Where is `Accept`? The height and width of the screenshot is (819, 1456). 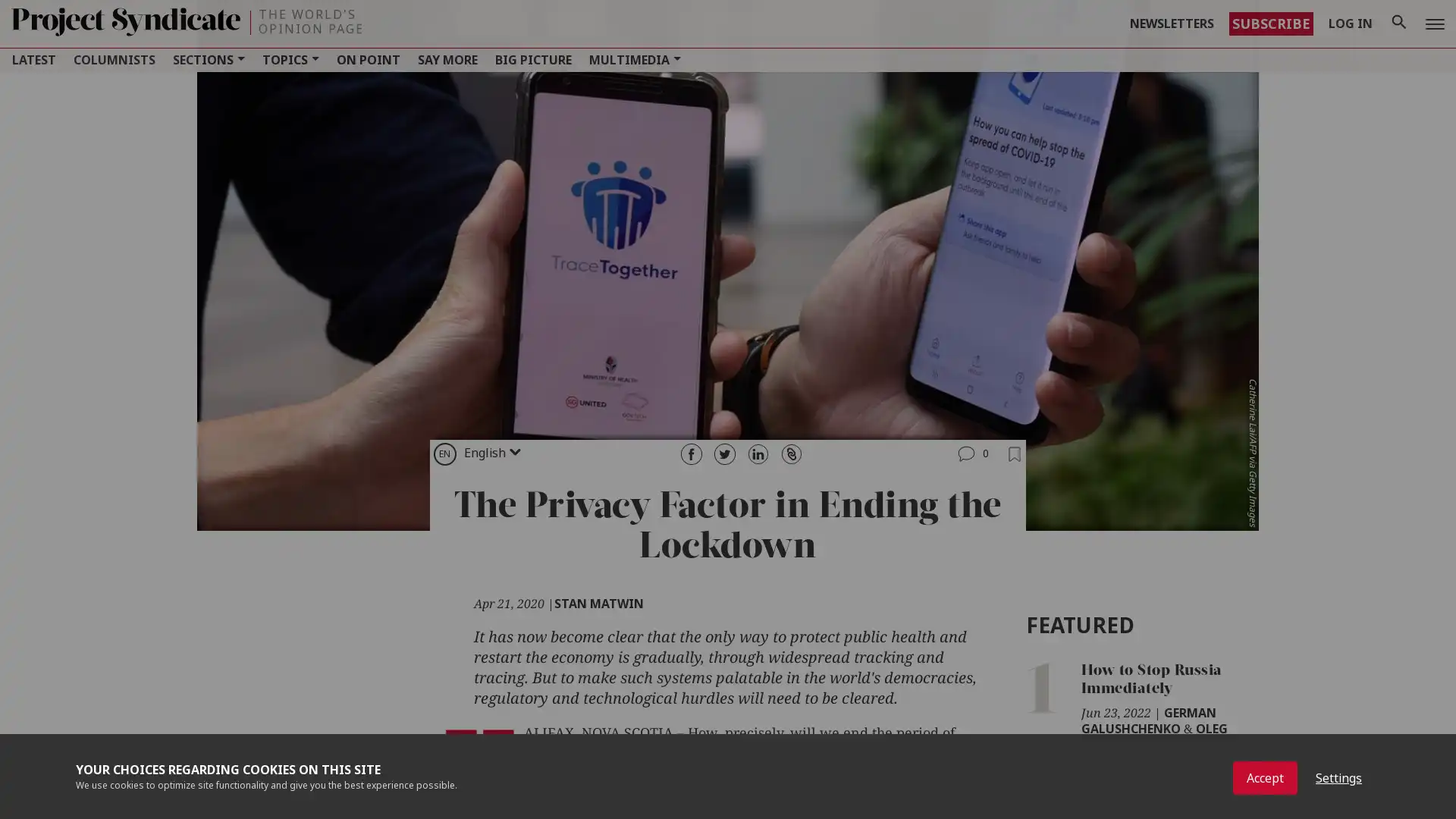 Accept is located at coordinates (1265, 778).